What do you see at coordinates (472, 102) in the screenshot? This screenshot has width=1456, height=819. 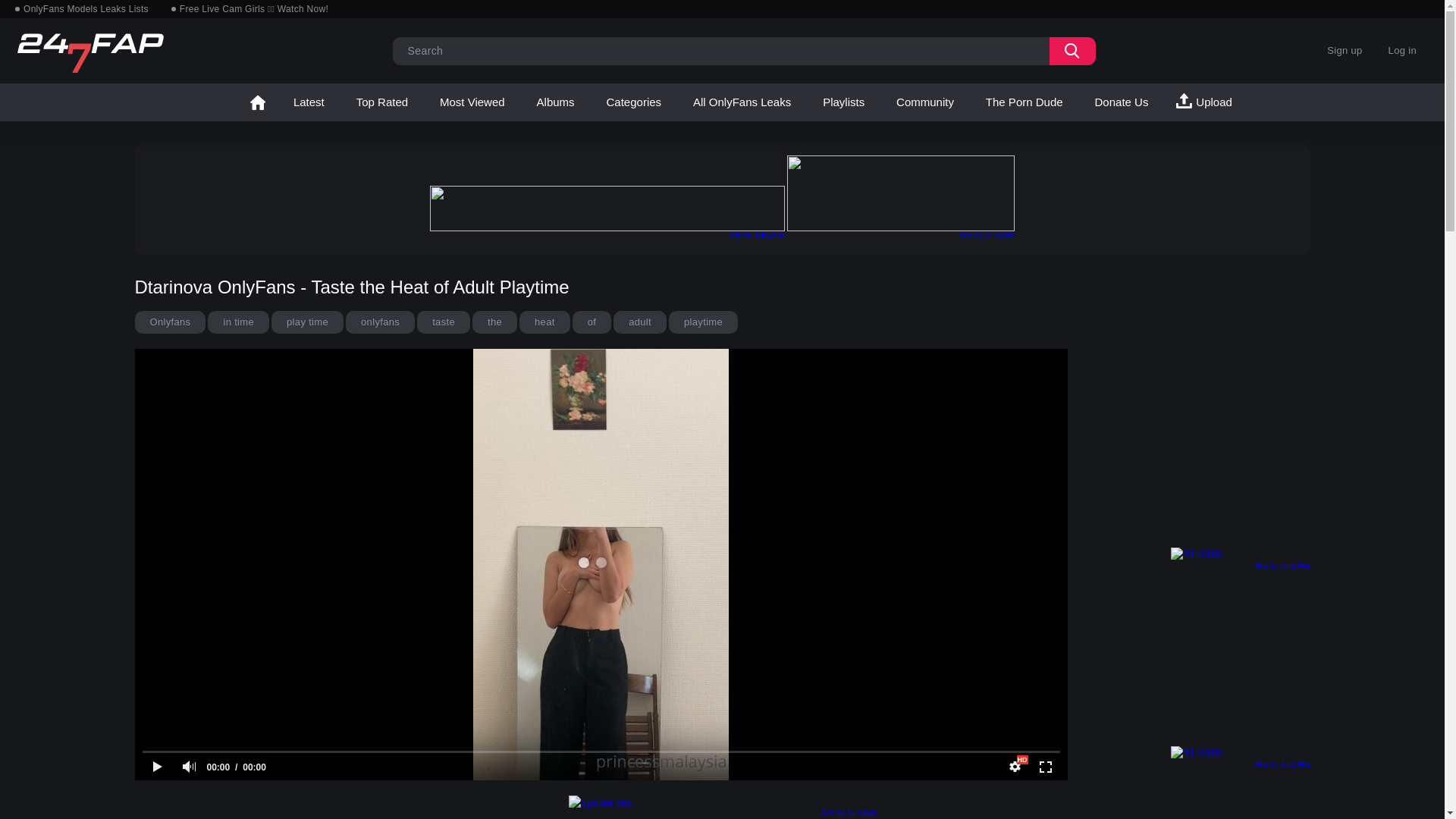 I see `'Most Viewed'` at bounding box center [472, 102].